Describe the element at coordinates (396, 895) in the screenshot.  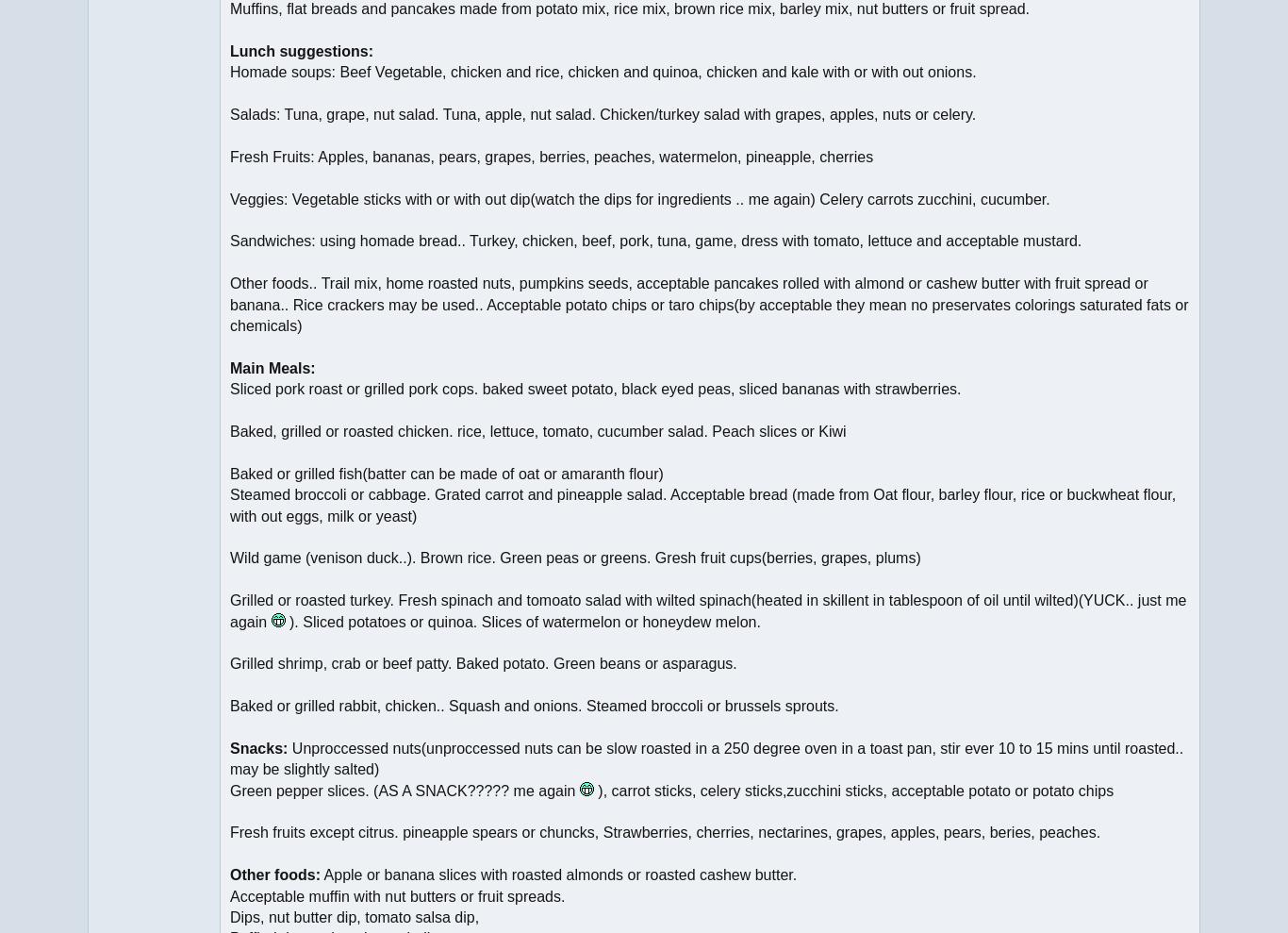
I see `'Acceptable muffin with nut butters or fruit spreads.'` at that location.